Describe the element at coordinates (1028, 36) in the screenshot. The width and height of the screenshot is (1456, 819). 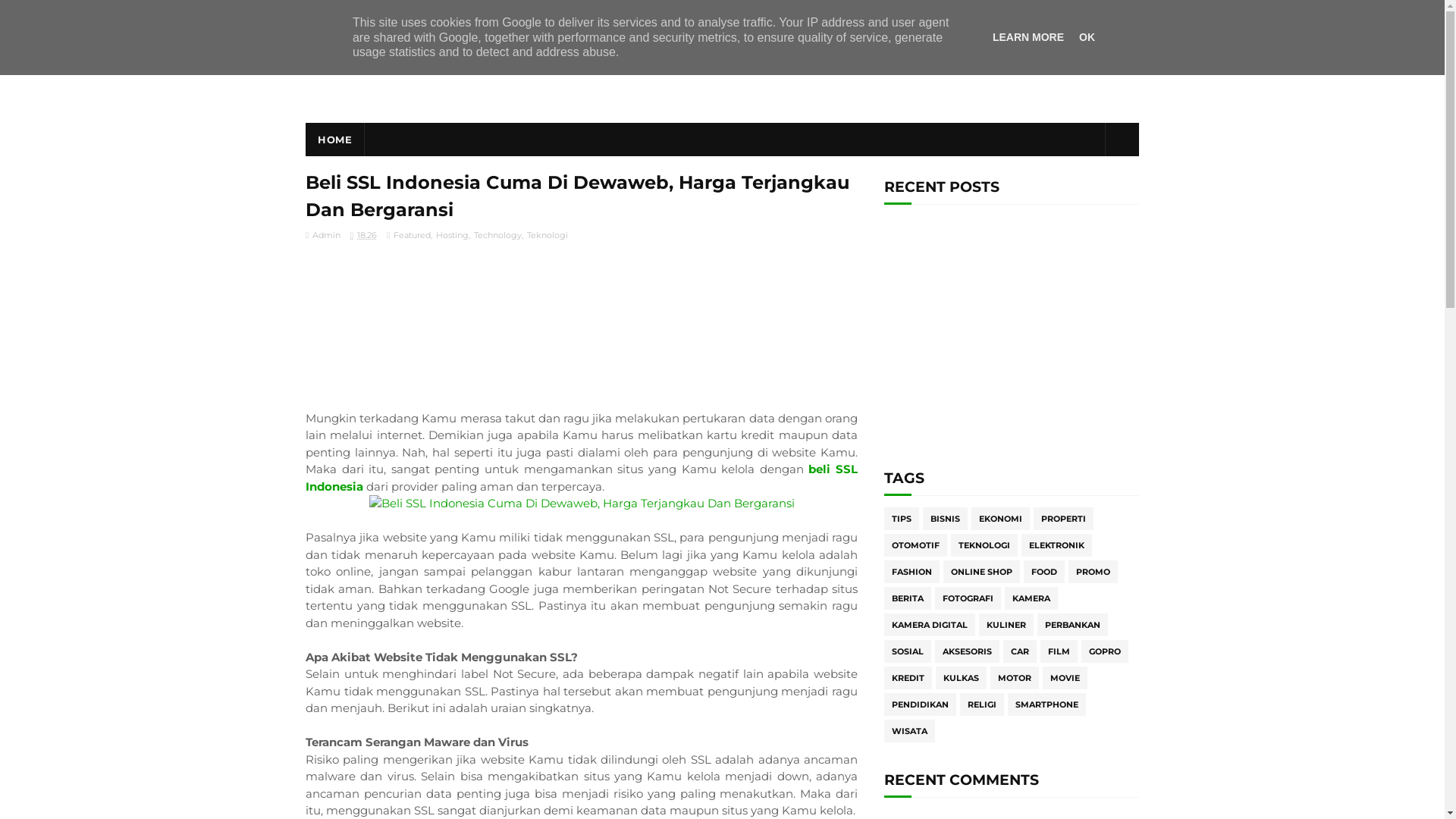
I see `'LEARN MORE'` at that location.